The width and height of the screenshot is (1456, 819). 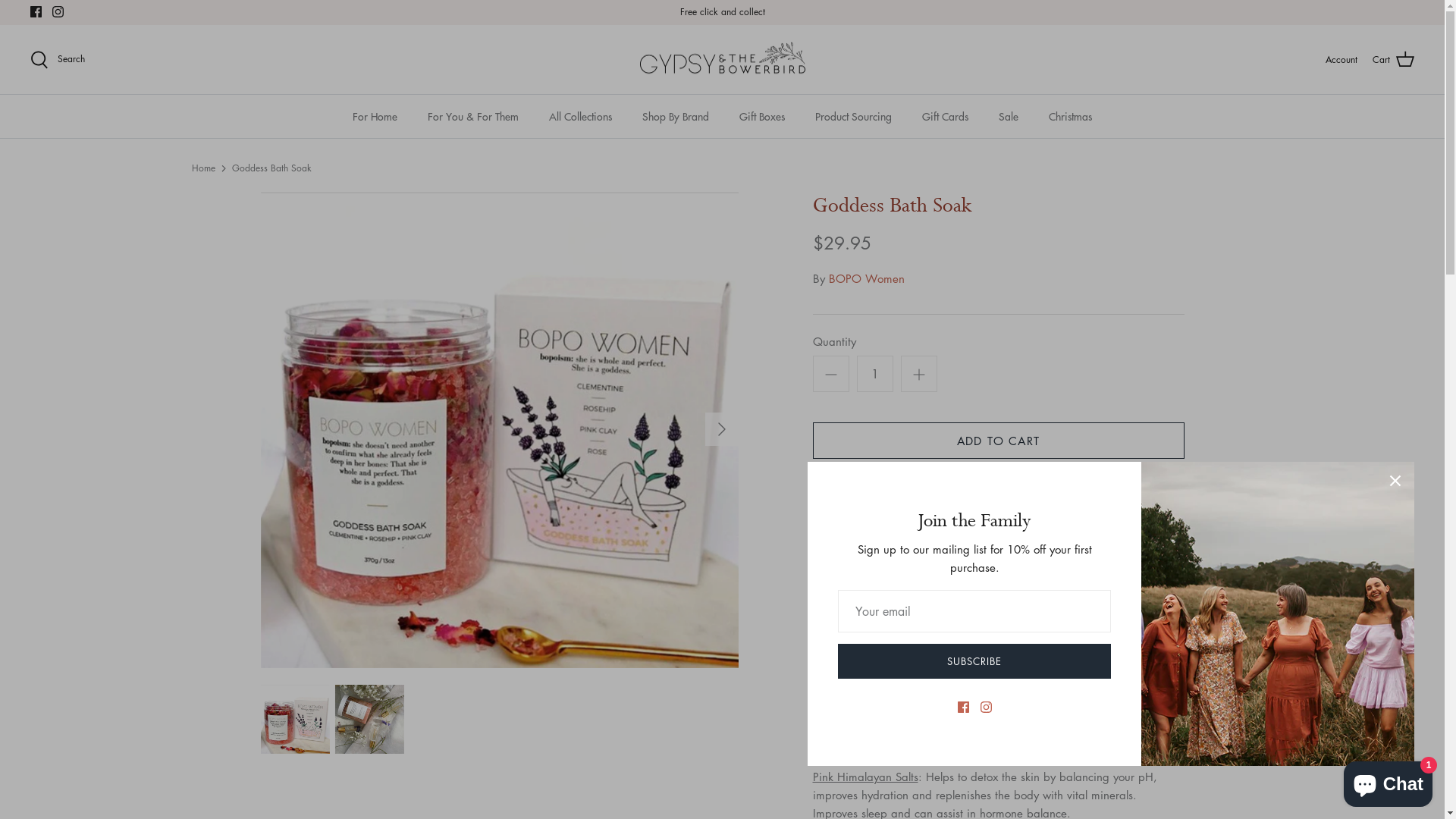 I want to click on 'Gift Cards', so click(x=944, y=115).